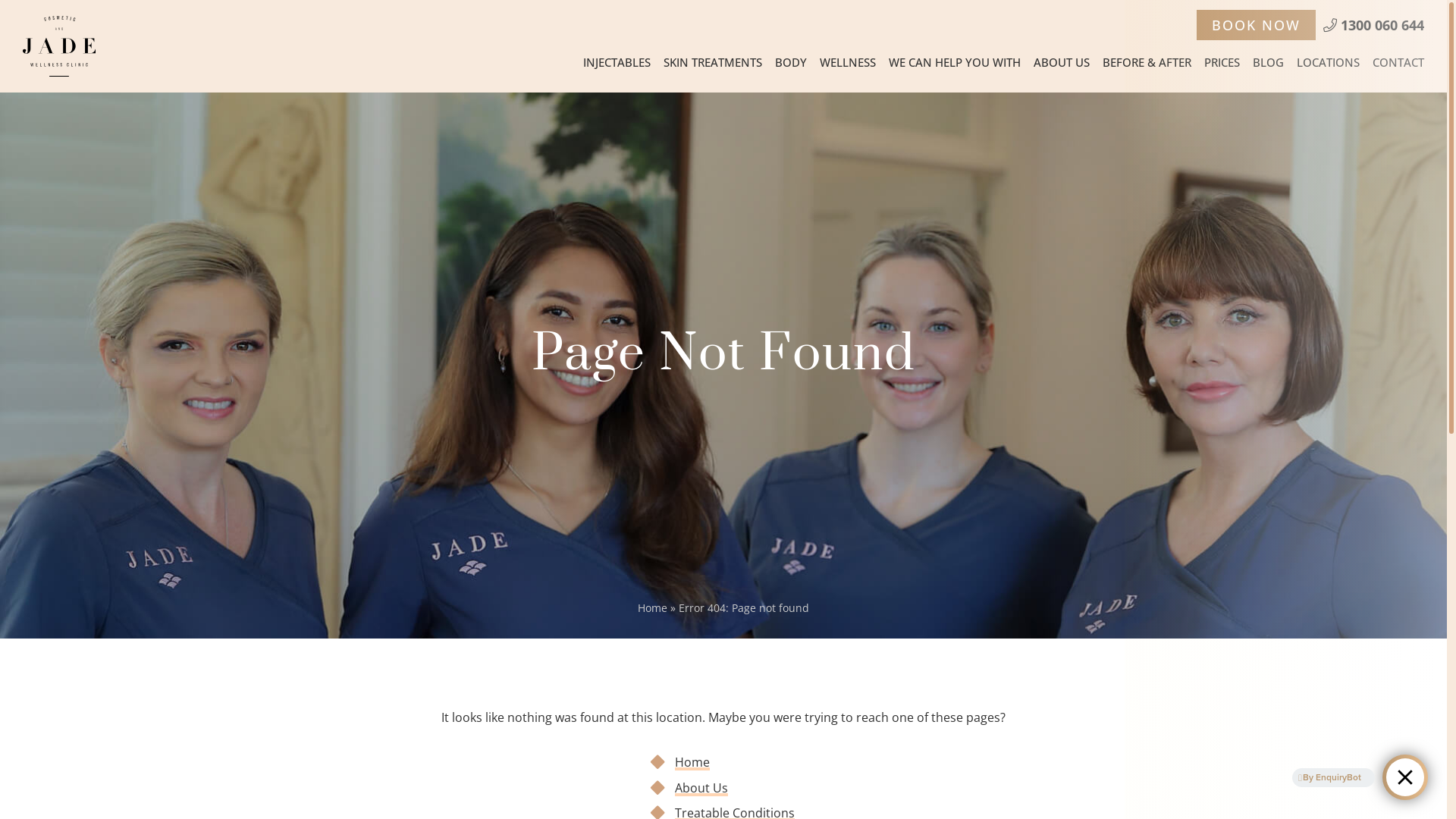 The image size is (1456, 819). What do you see at coordinates (637, 607) in the screenshot?
I see `'Home'` at bounding box center [637, 607].